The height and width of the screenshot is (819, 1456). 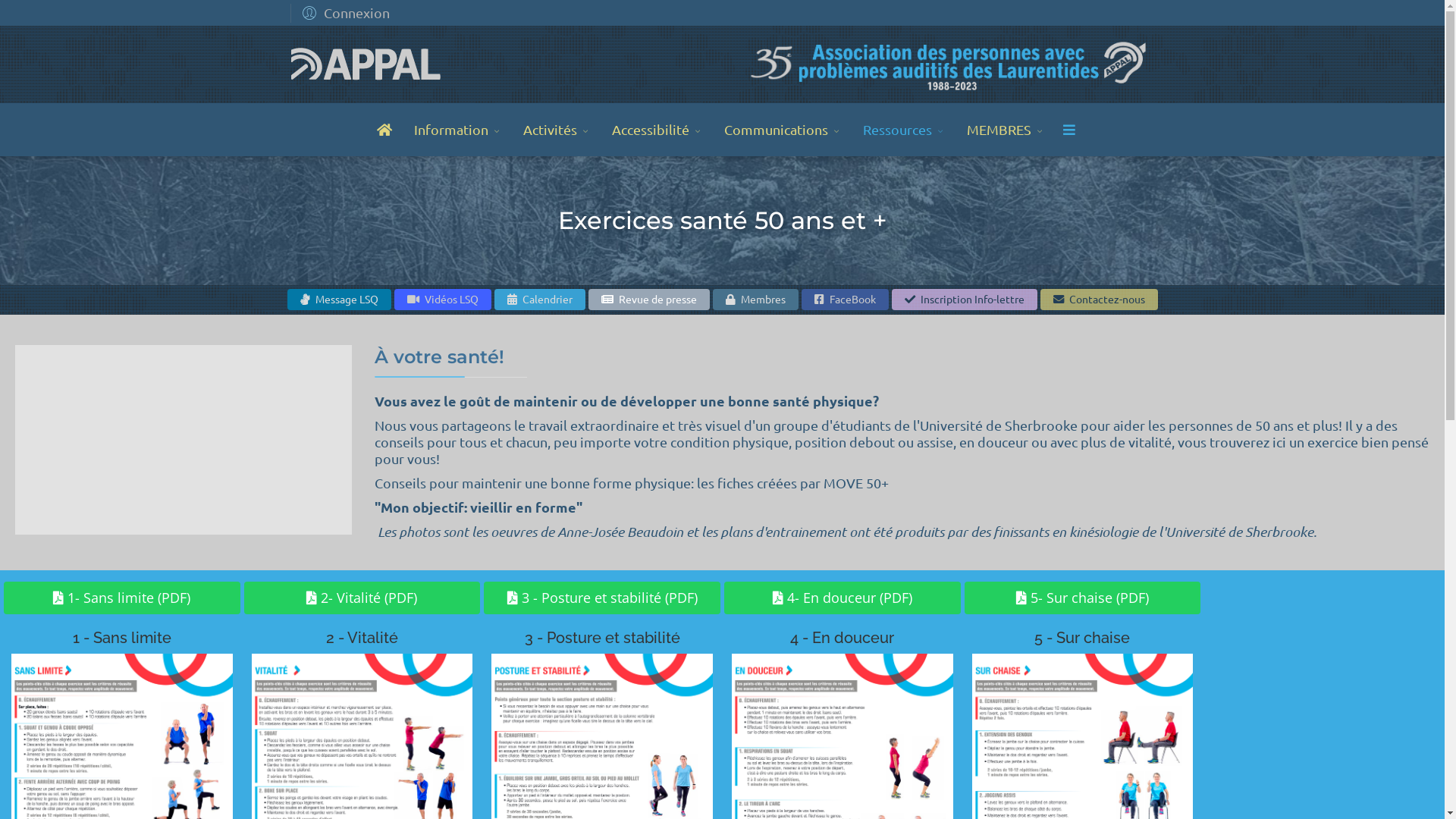 I want to click on 'Inscription Info-lettre', so click(x=892, y=299).